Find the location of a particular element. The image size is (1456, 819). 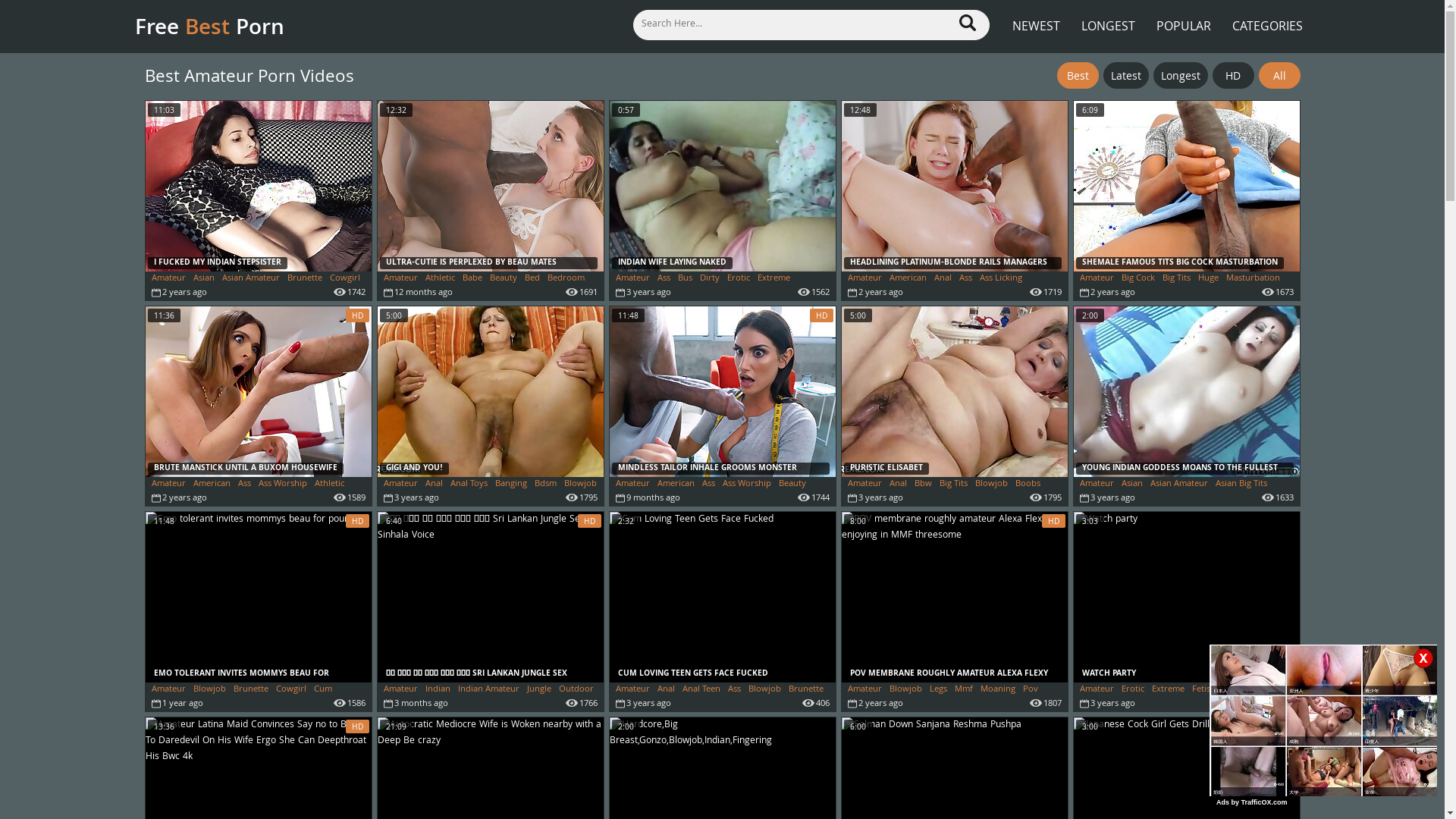

'CATEGORIES' is located at coordinates (1266, 17).